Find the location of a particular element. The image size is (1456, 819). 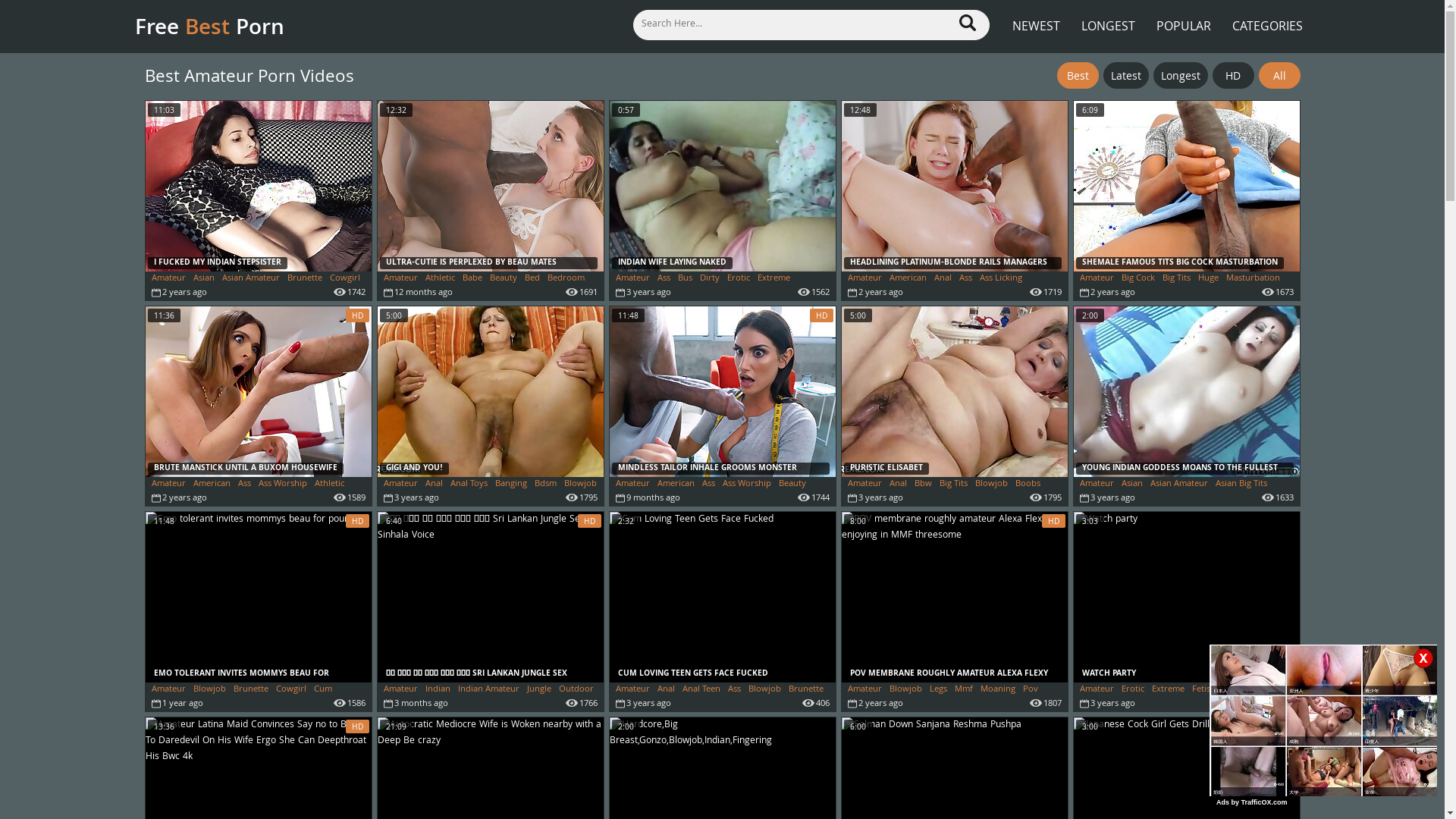

'CATEGORIES' is located at coordinates (1266, 17).